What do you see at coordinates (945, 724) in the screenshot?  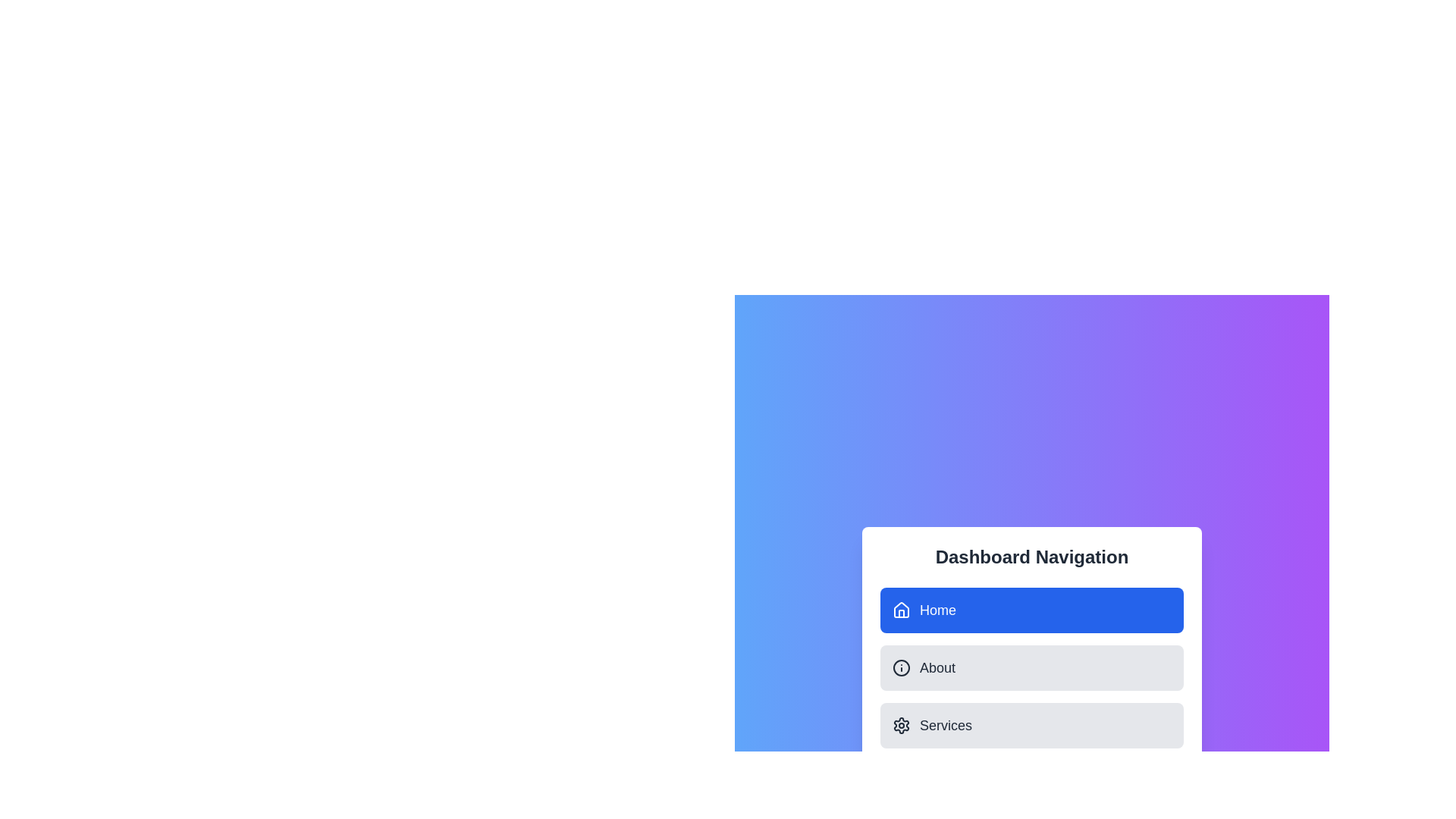 I see `the 'Services' text label in the navigation menu` at bounding box center [945, 724].